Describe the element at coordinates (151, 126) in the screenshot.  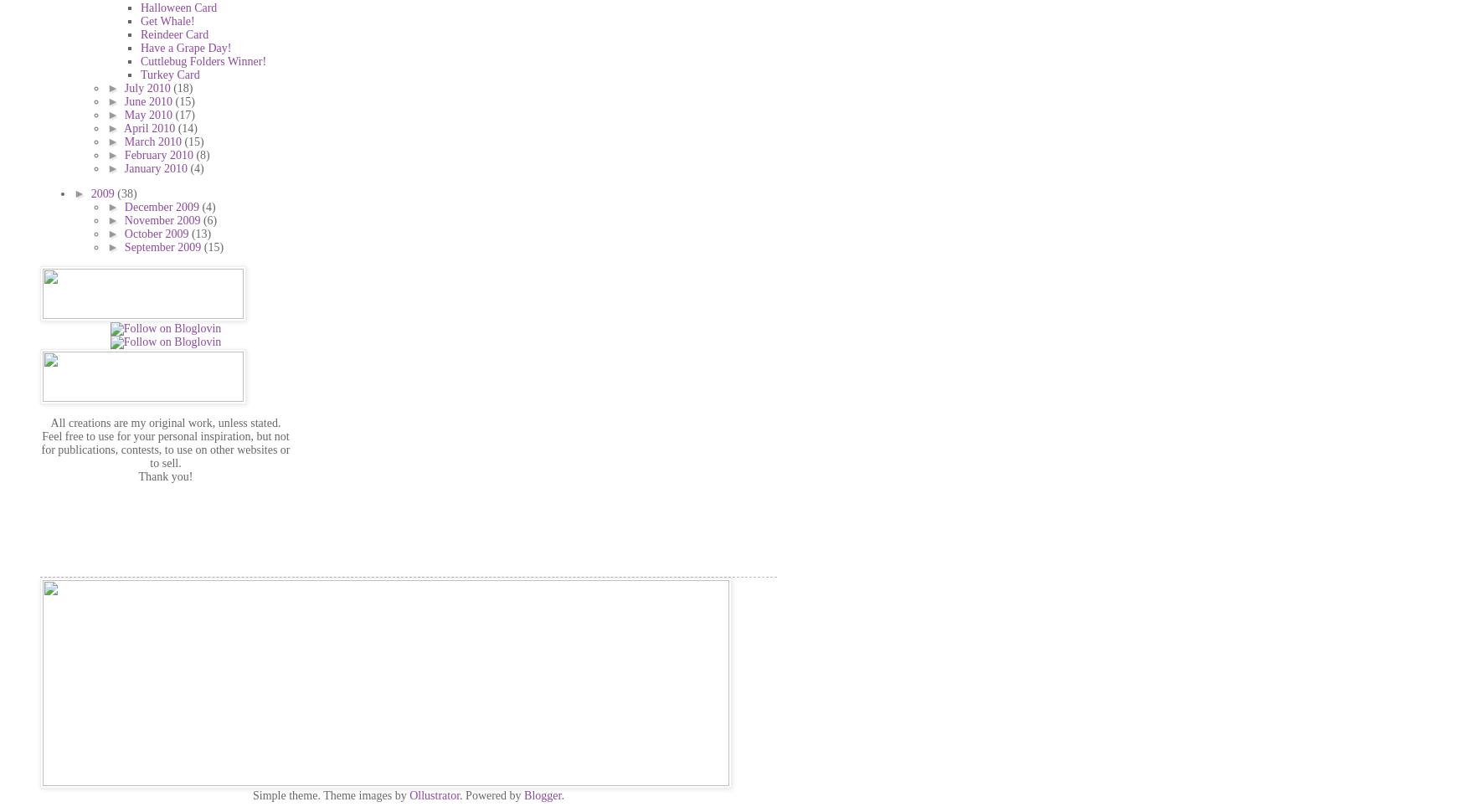
I see `'April 2010'` at that location.